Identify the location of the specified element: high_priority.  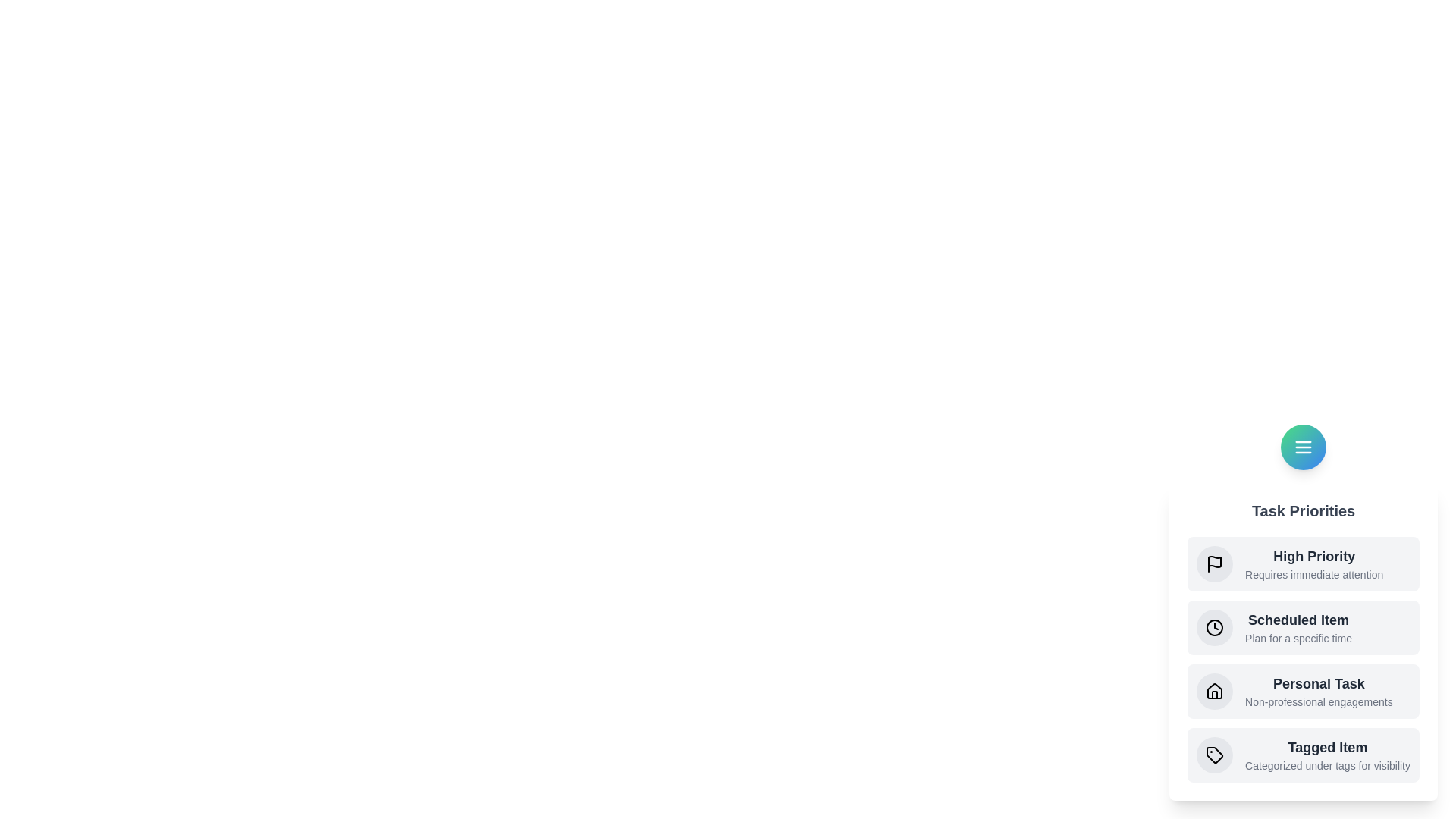
(1215, 564).